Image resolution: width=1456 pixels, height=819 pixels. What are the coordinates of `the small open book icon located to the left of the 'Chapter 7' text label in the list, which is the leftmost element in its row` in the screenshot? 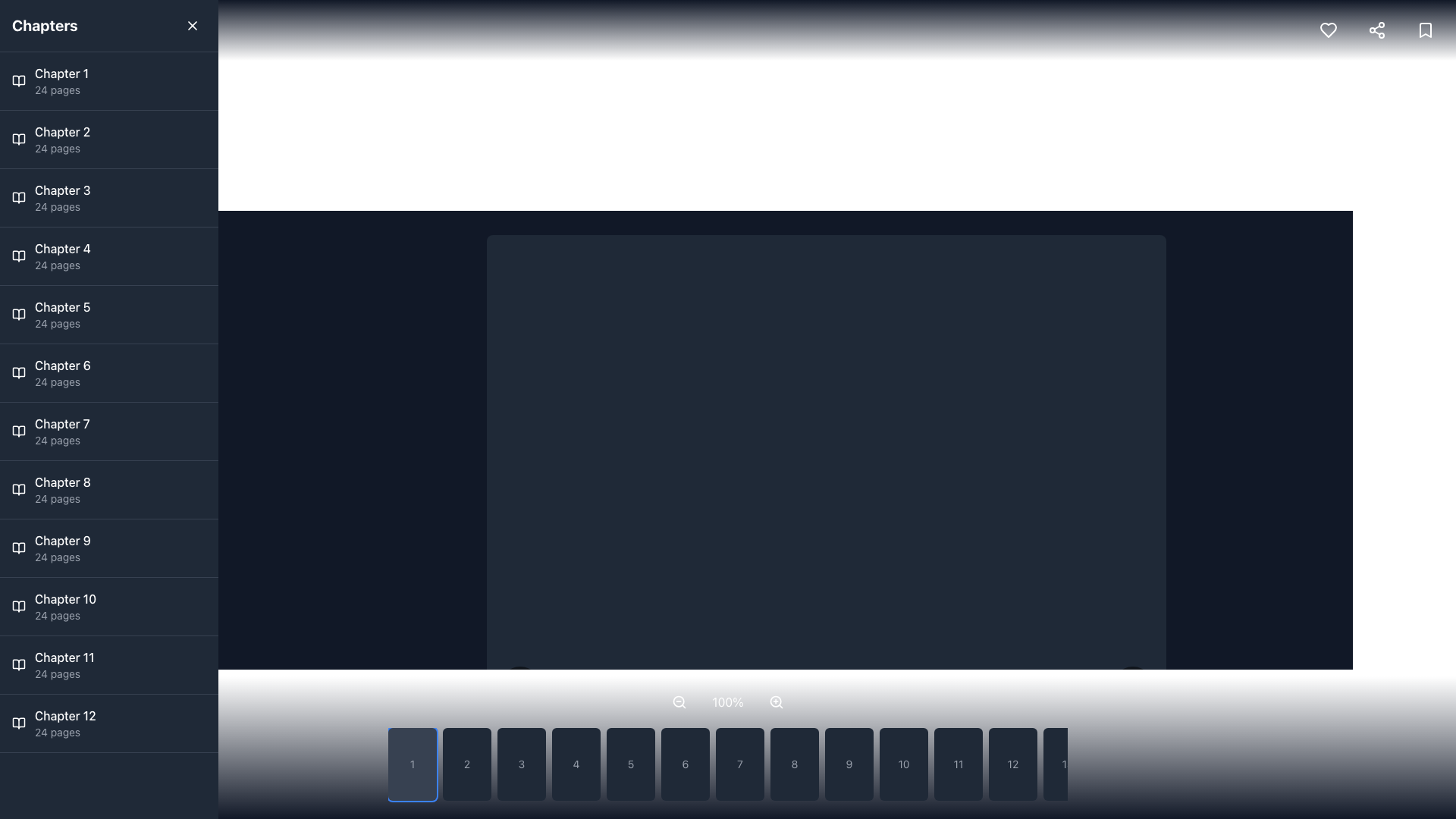 It's located at (18, 431).